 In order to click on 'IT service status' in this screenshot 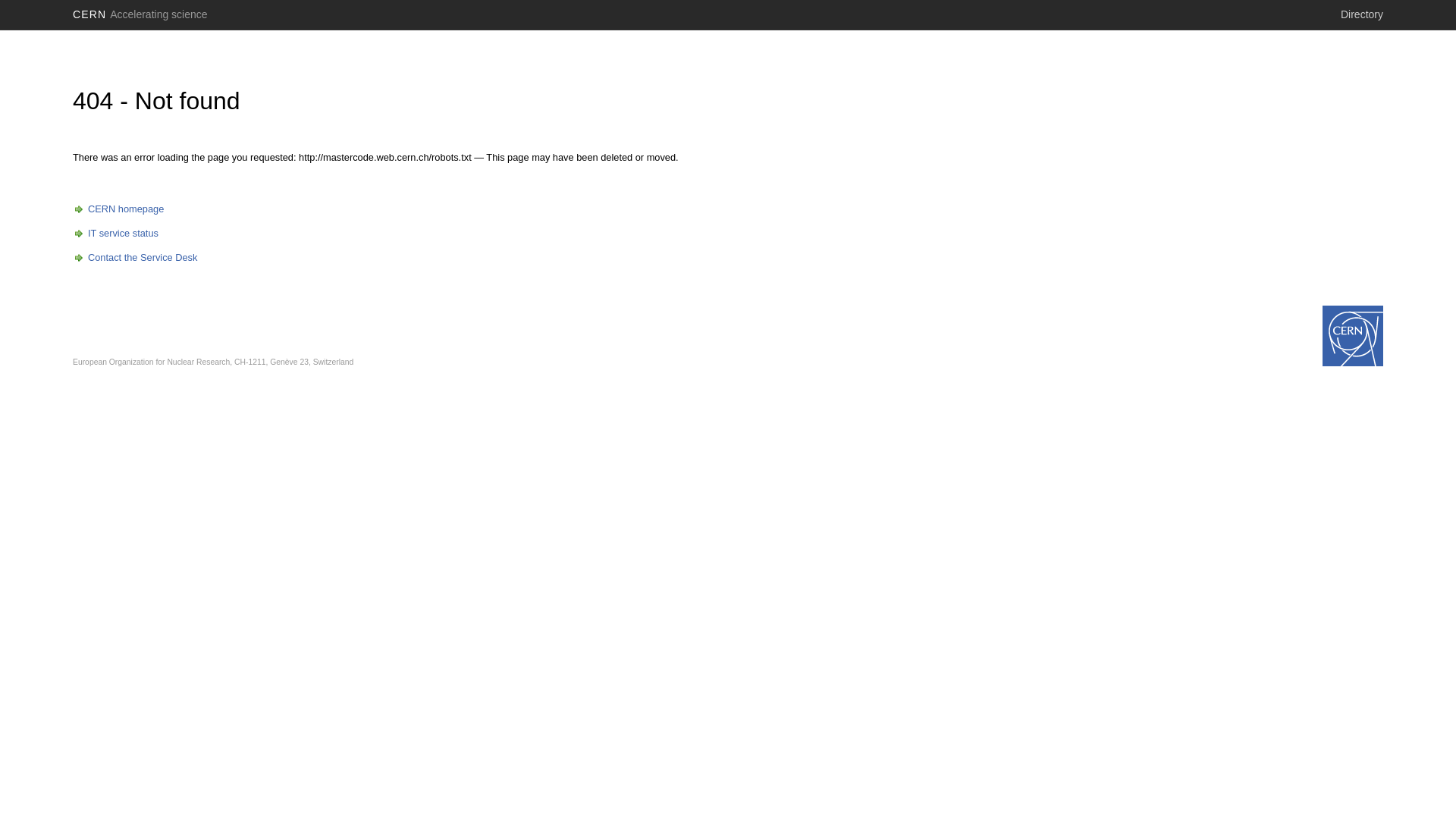, I will do `click(115, 233)`.